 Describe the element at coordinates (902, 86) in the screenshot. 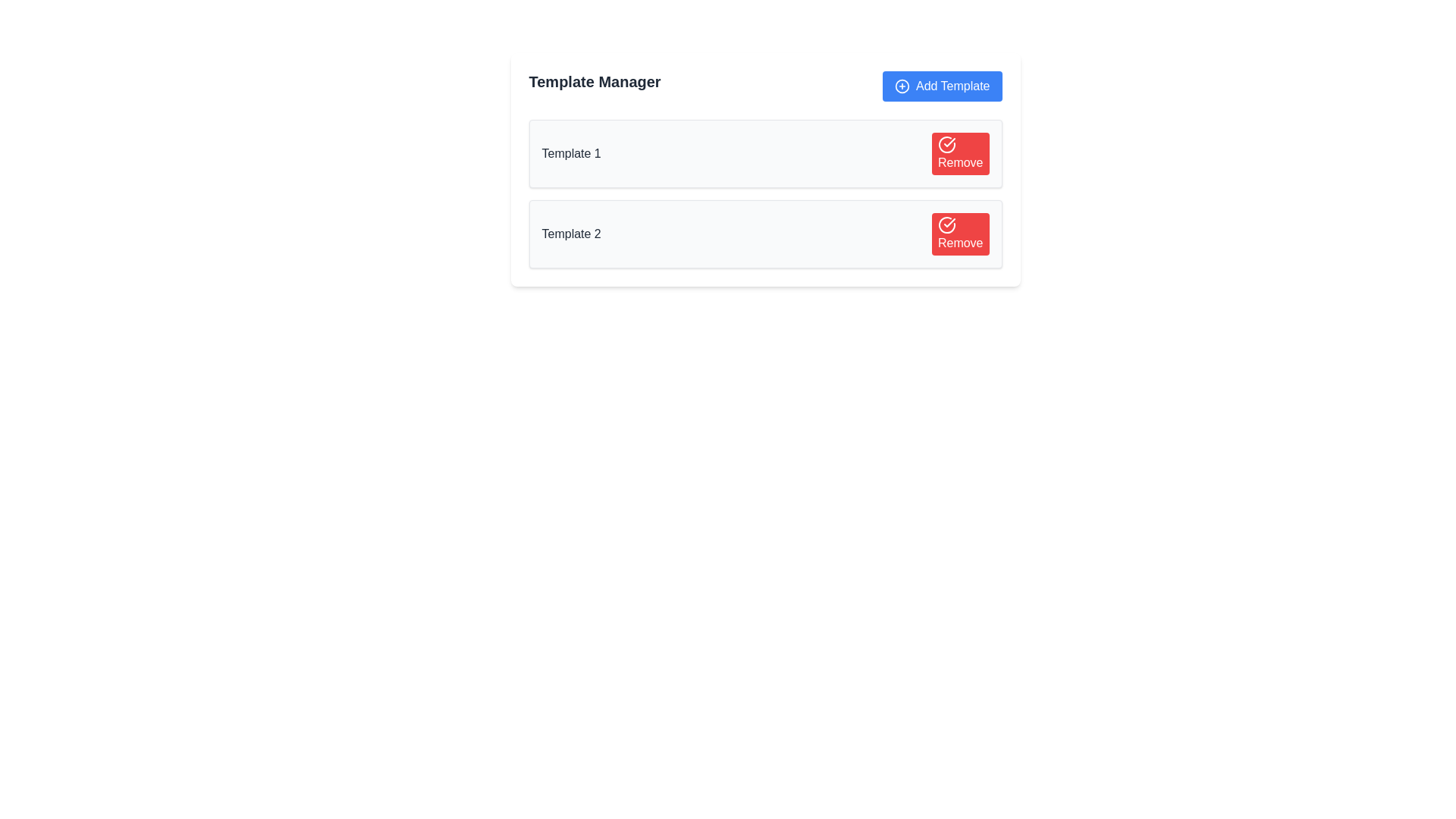

I see `the circular '+' icon with a blue outline located to the left of the 'Add Template' button` at that location.